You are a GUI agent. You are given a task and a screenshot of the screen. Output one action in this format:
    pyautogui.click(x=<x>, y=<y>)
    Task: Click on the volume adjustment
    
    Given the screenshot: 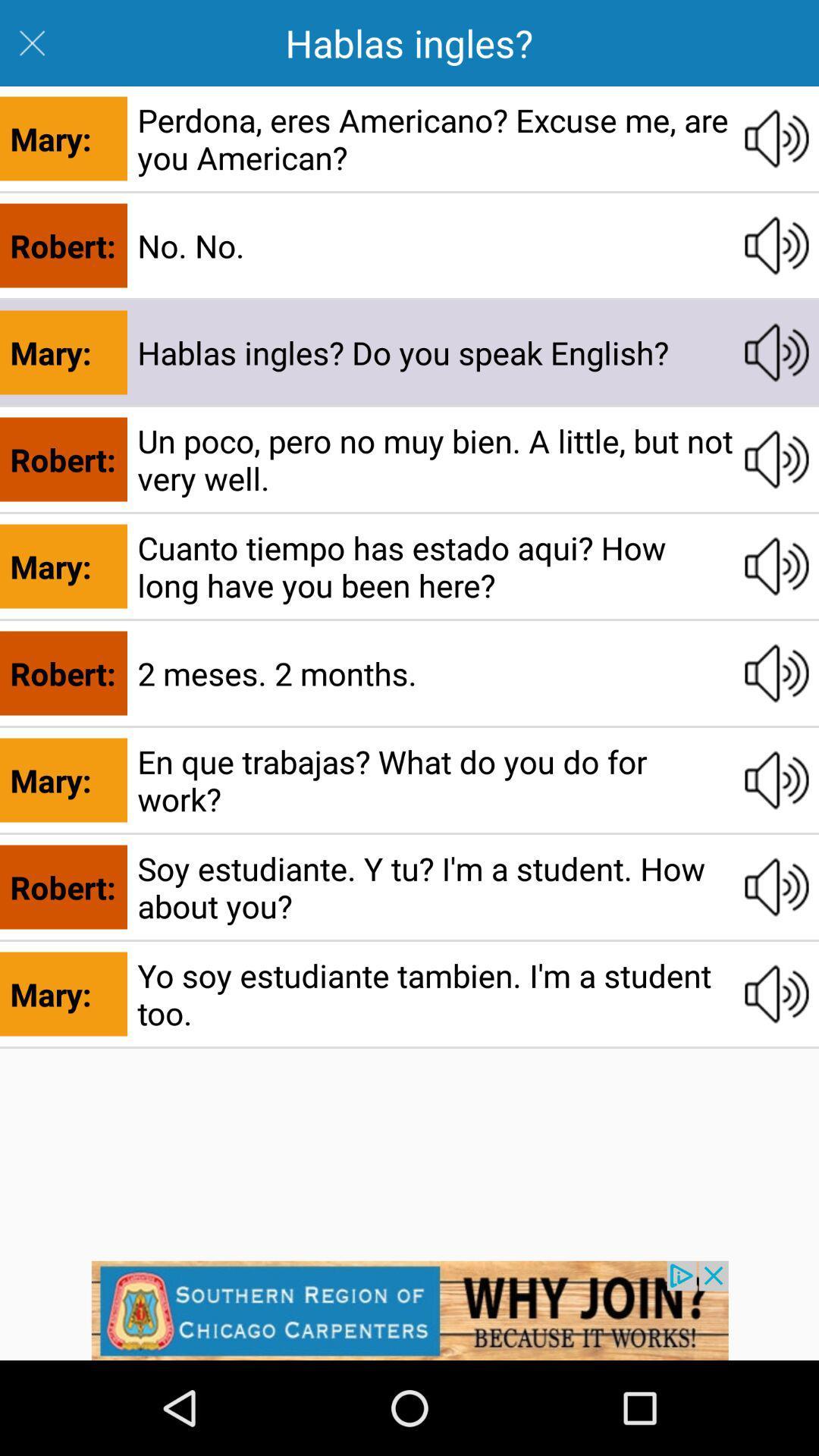 What is the action you would take?
    pyautogui.click(x=777, y=993)
    